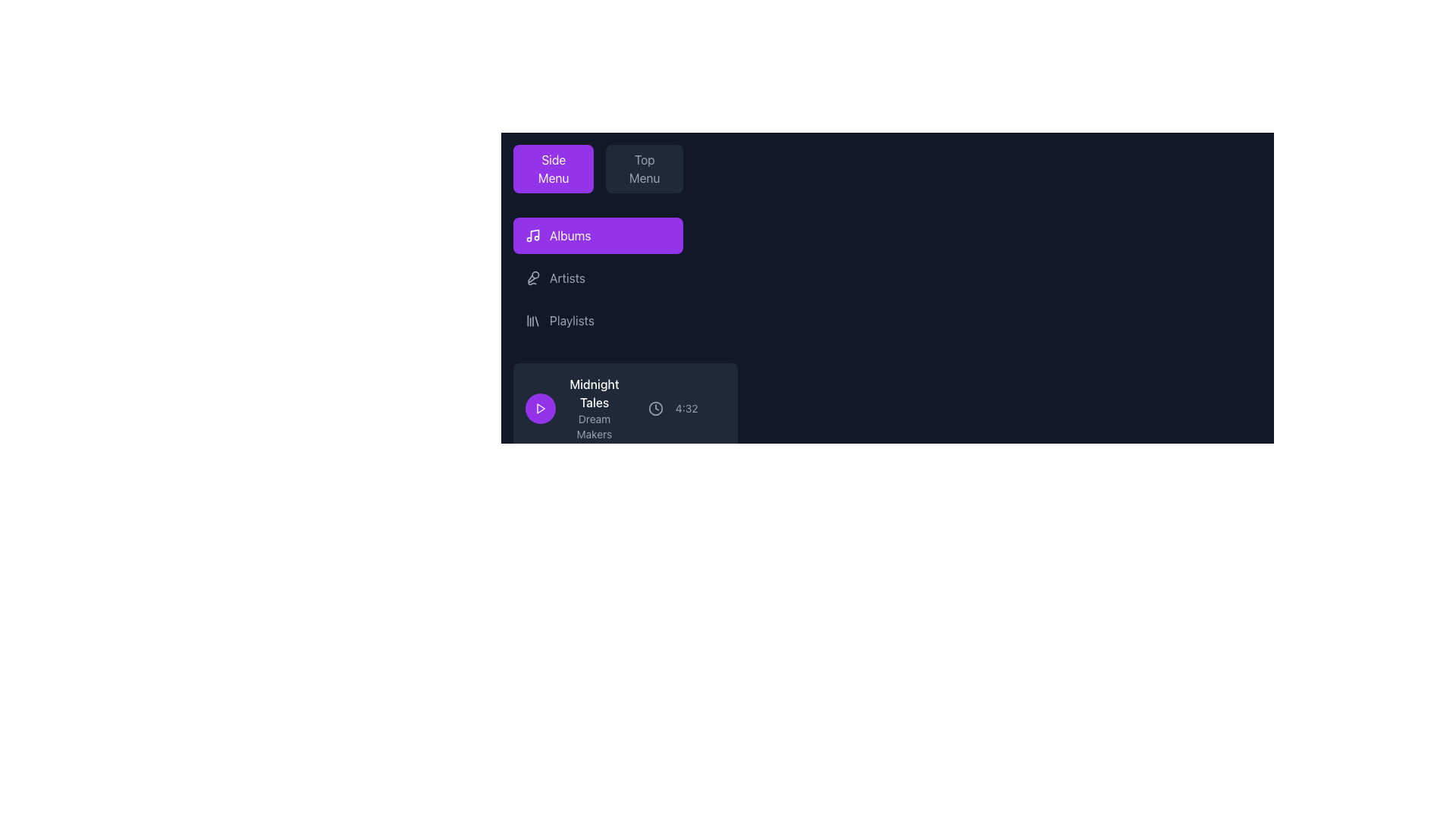 The image size is (1456, 819). What do you see at coordinates (571, 320) in the screenshot?
I see `the 'Playlists' text label in the navigation menu` at bounding box center [571, 320].